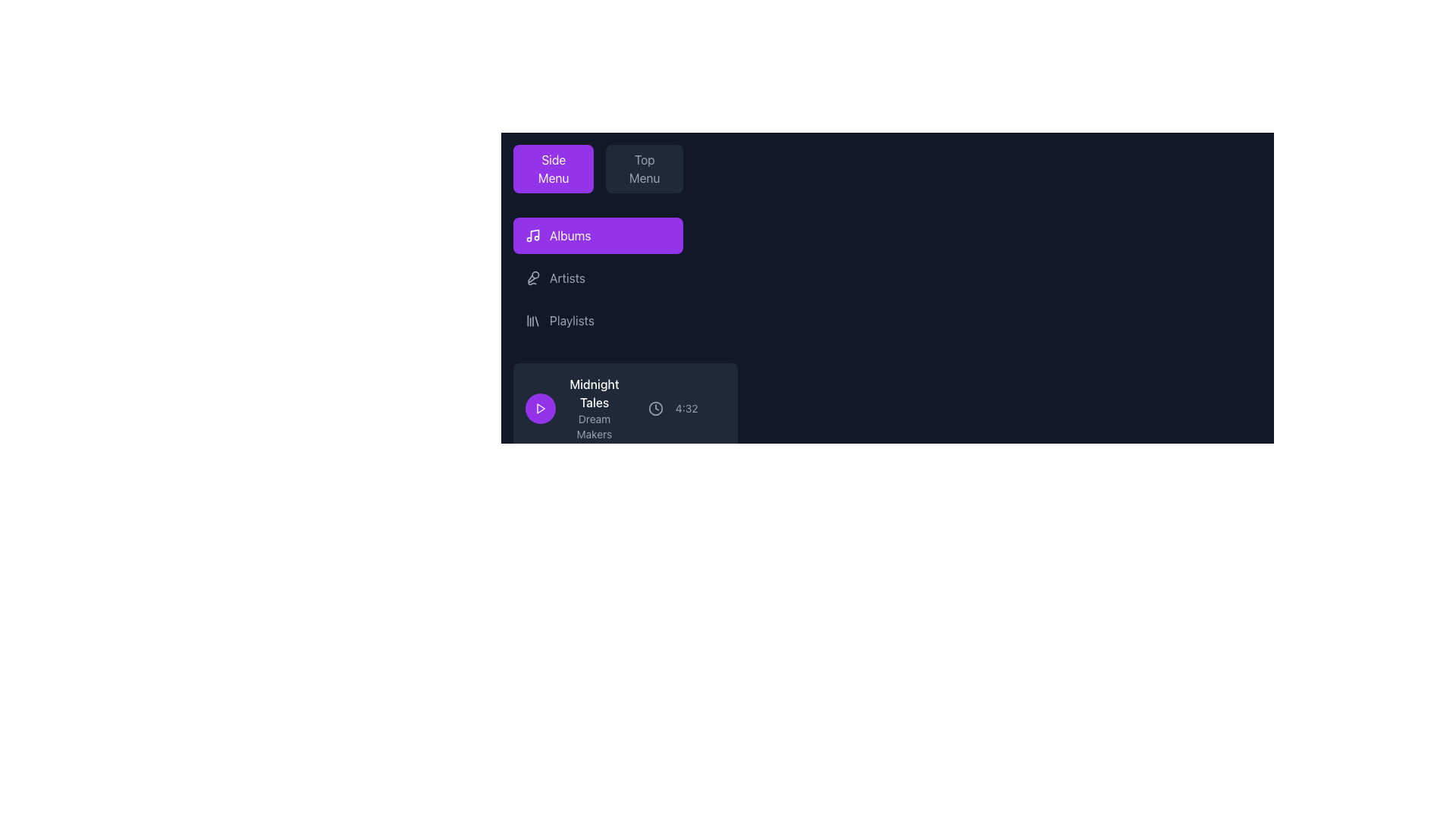 The image size is (1456, 819). What do you see at coordinates (571, 320) in the screenshot?
I see `the 'Playlists' text label in the navigation menu` at bounding box center [571, 320].